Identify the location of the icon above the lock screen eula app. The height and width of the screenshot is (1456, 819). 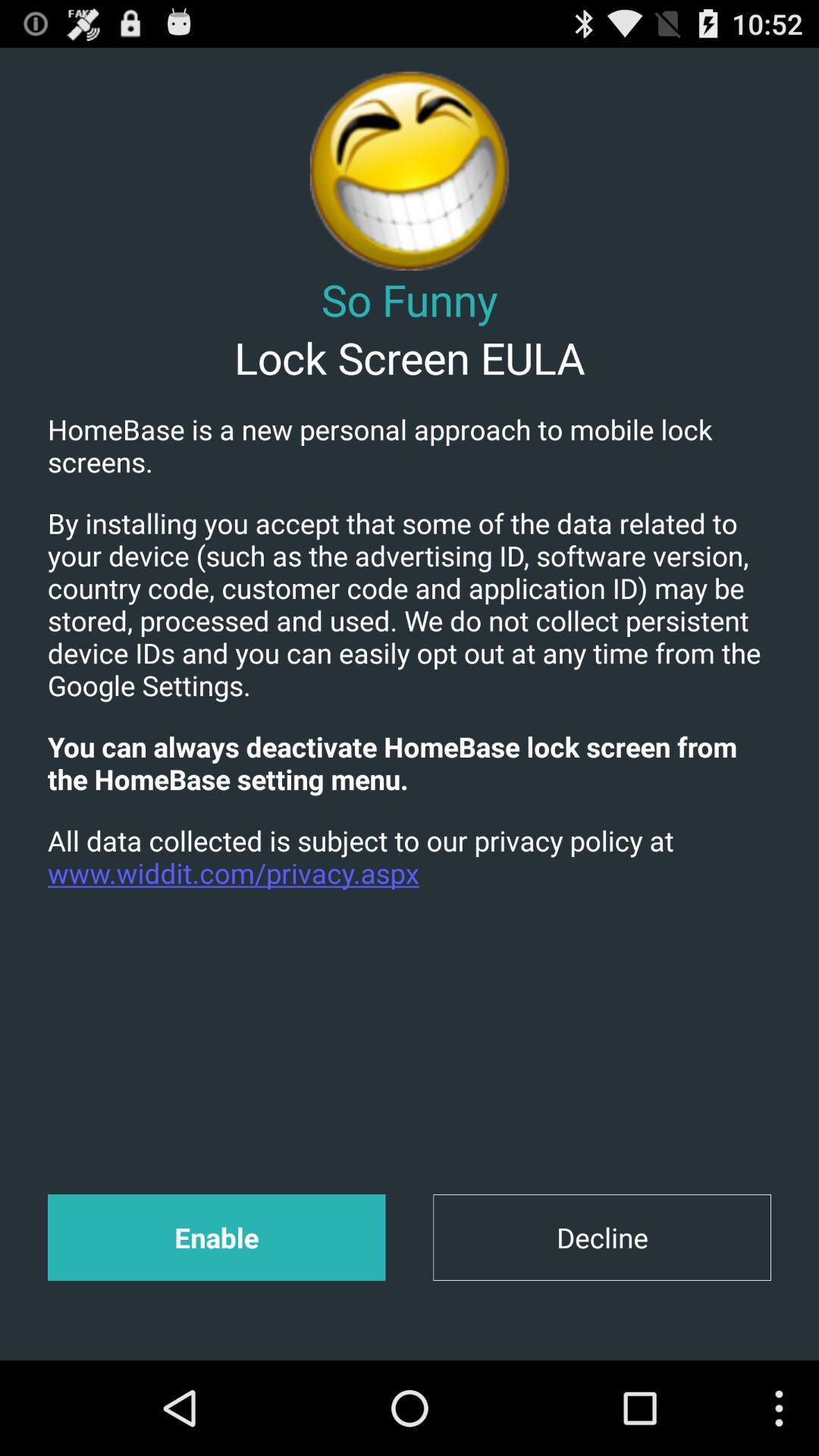
(409, 300).